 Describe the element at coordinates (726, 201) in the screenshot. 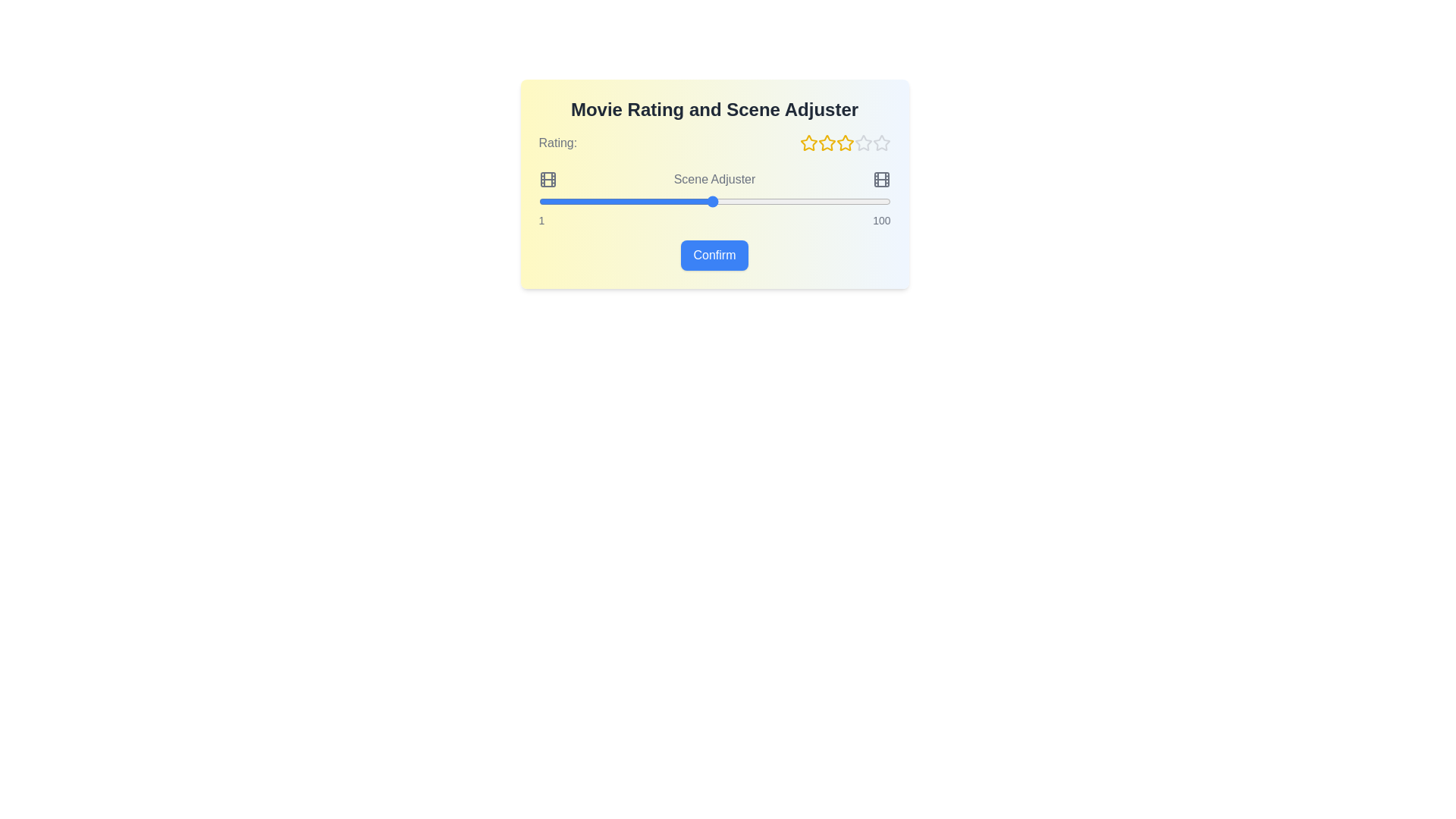

I see `the scene slider to 54` at that location.